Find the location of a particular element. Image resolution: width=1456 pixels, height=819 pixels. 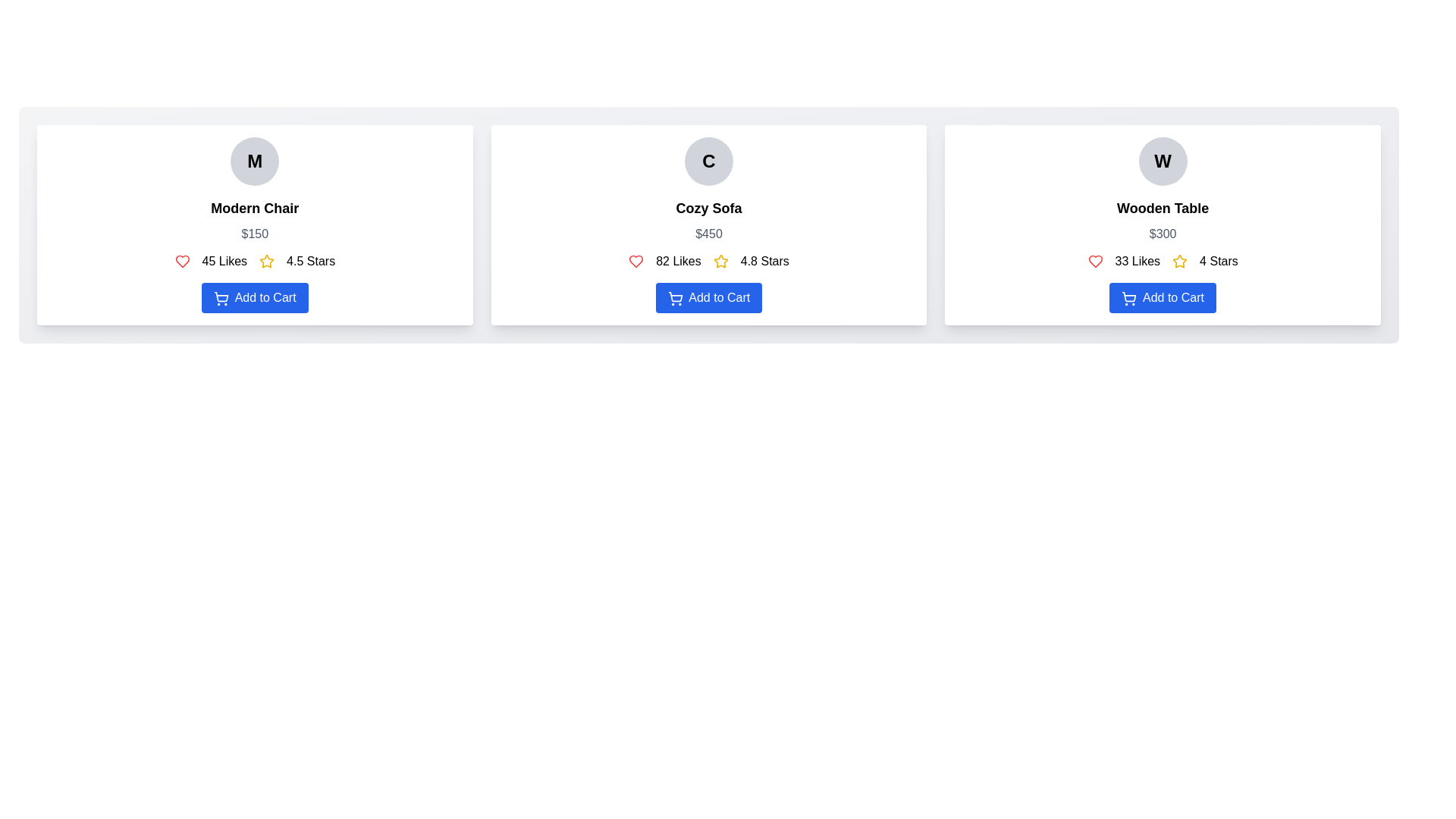

the informative text displaying '45 Likes' and '4.5 Stars' in the 'Modern Chair' card, located above the 'Add to Cart' button is located at coordinates (255, 260).